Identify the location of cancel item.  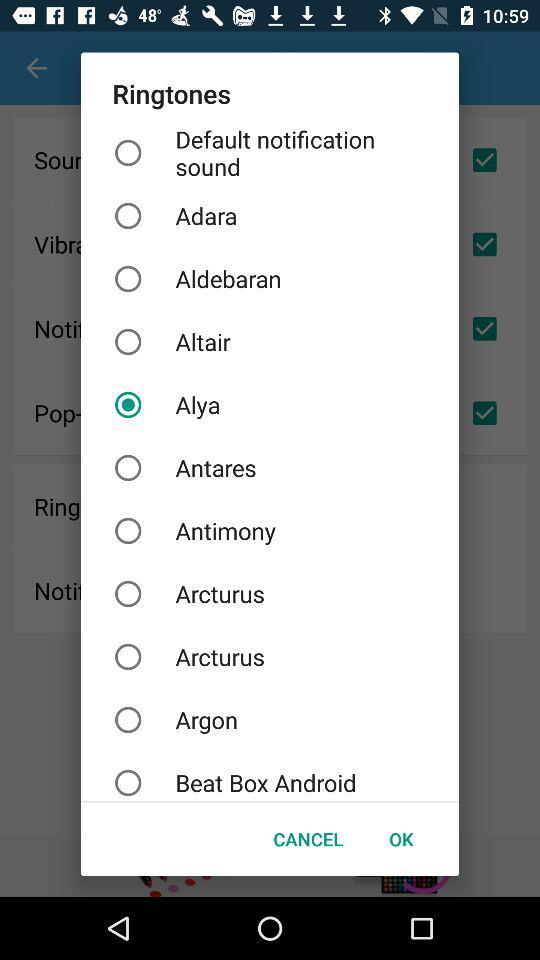
(308, 839).